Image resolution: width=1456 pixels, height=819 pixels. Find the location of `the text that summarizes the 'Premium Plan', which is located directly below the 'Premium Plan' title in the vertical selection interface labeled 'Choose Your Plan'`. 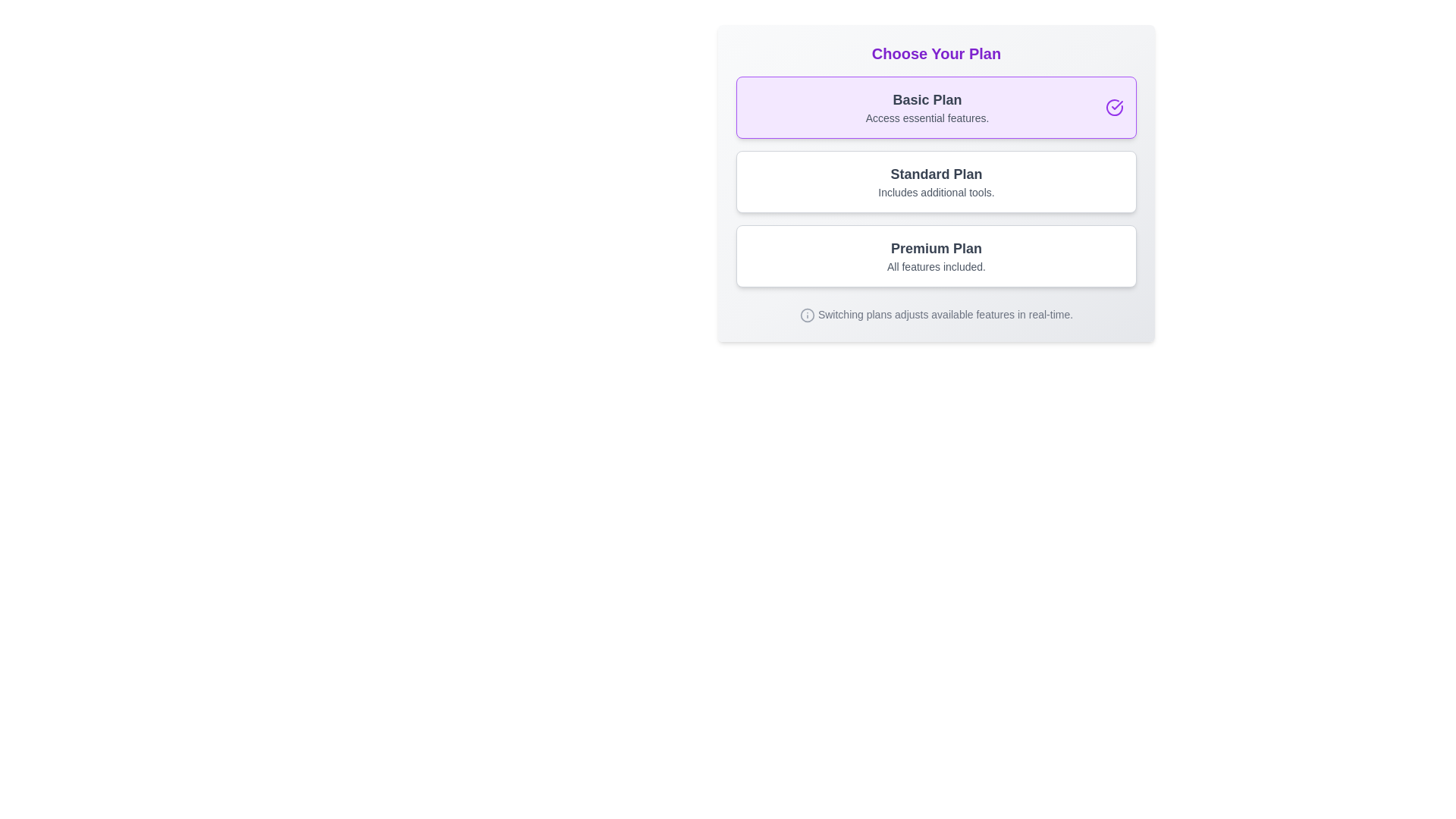

the text that summarizes the 'Premium Plan', which is located directly below the 'Premium Plan' title in the vertical selection interface labeled 'Choose Your Plan' is located at coordinates (935, 265).